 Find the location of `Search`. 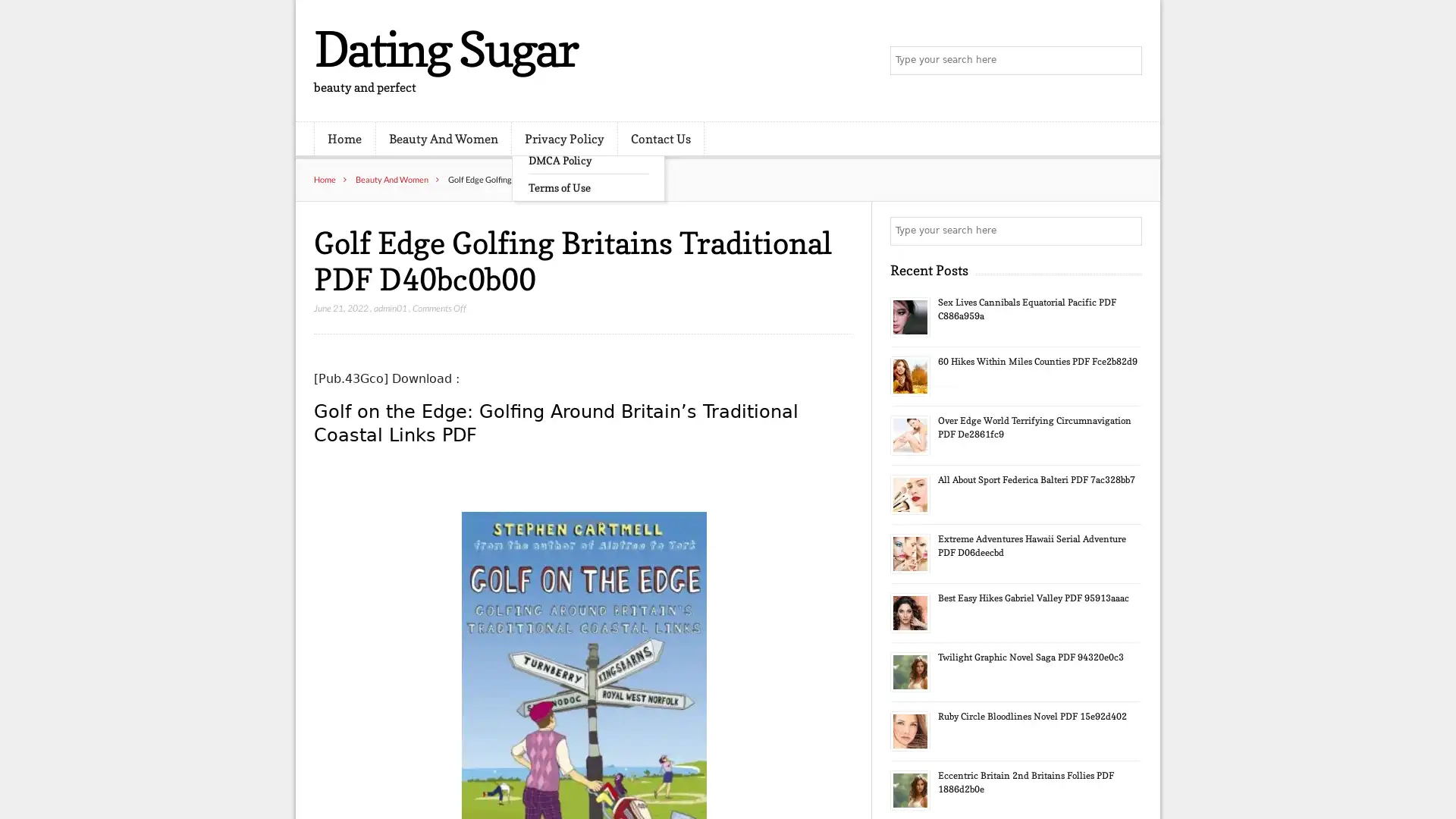

Search is located at coordinates (1126, 61).